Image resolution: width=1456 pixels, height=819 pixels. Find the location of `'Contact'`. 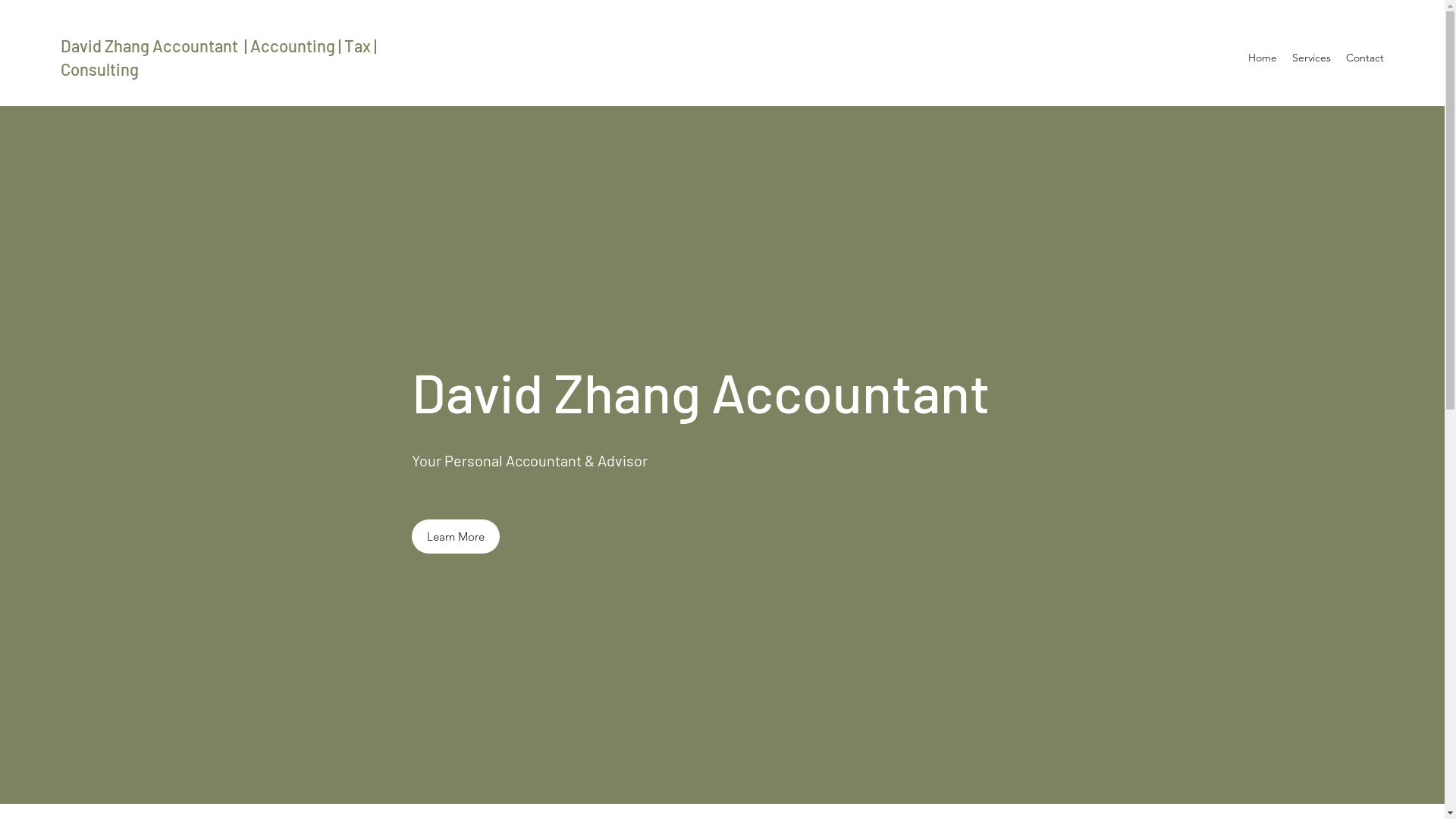

'Contact' is located at coordinates (1365, 57).